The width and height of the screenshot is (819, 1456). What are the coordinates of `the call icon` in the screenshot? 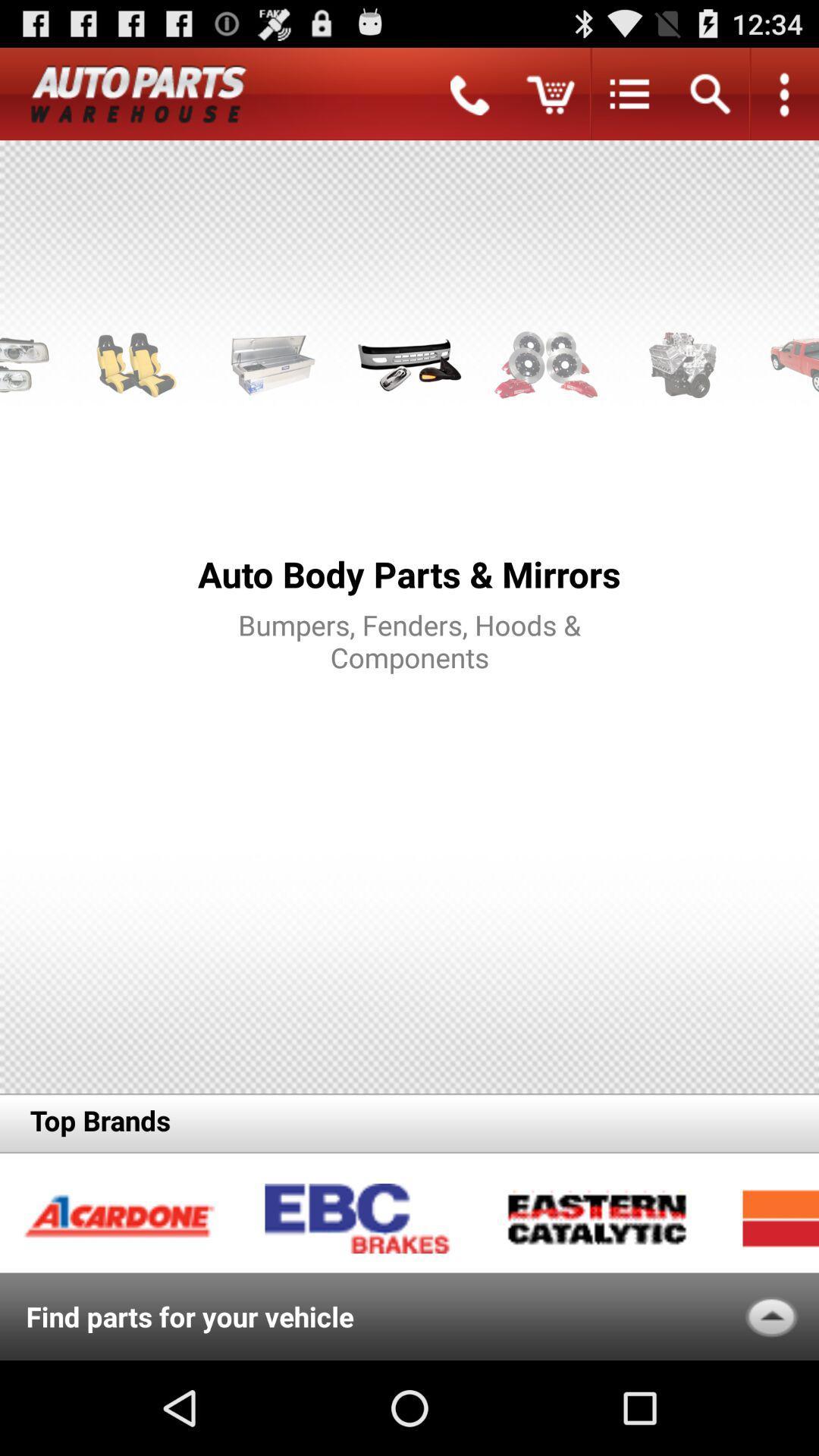 It's located at (469, 99).